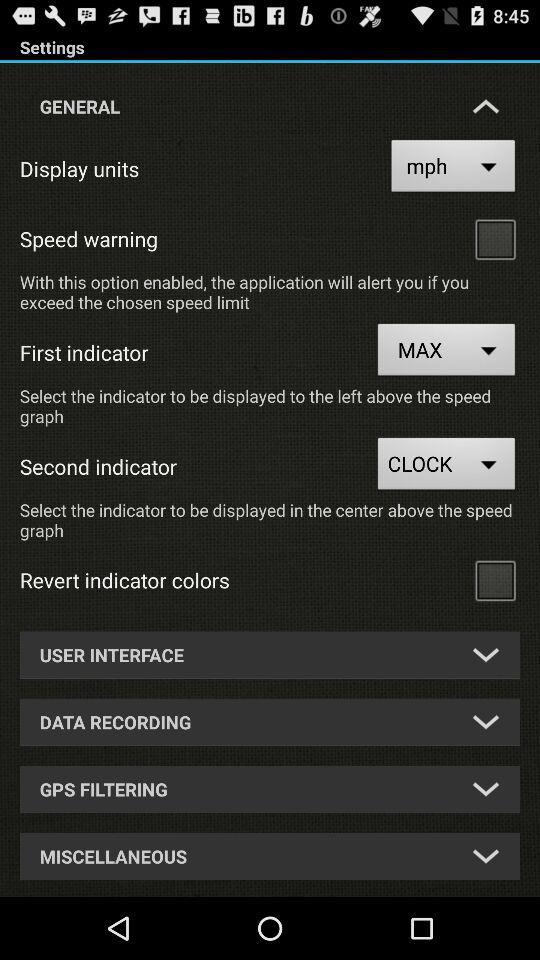 The height and width of the screenshot is (960, 540). What do you see at coordinates (485, 721) in the screenshot?
I see `drop down list of second option` at bounding box center [485, 721].